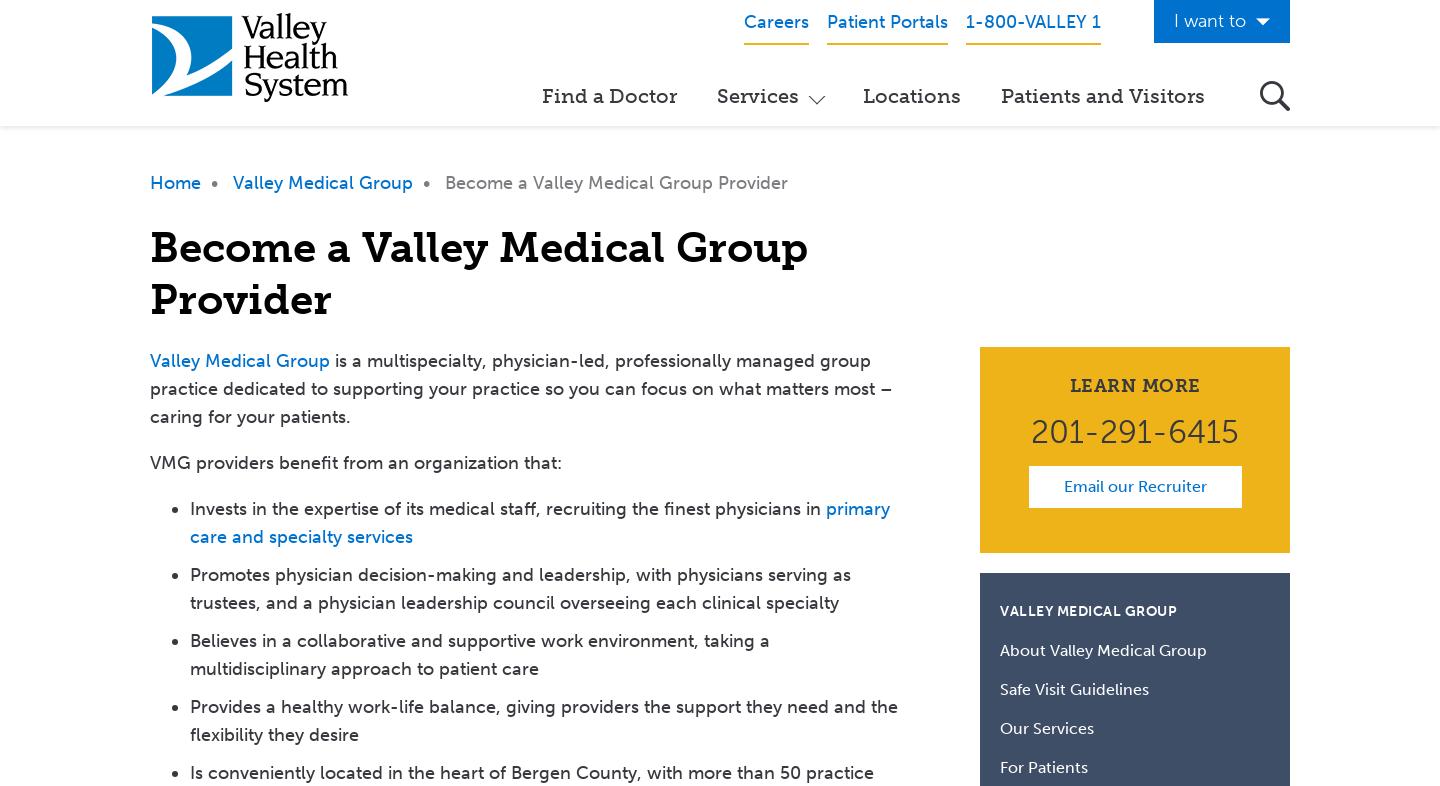  I want to click on 'is a multispecialty, physician-led, professionally managed group practice dedicated to supporting your practice so you can focus on what matters most – caring for your patients.', so click(520, 387).